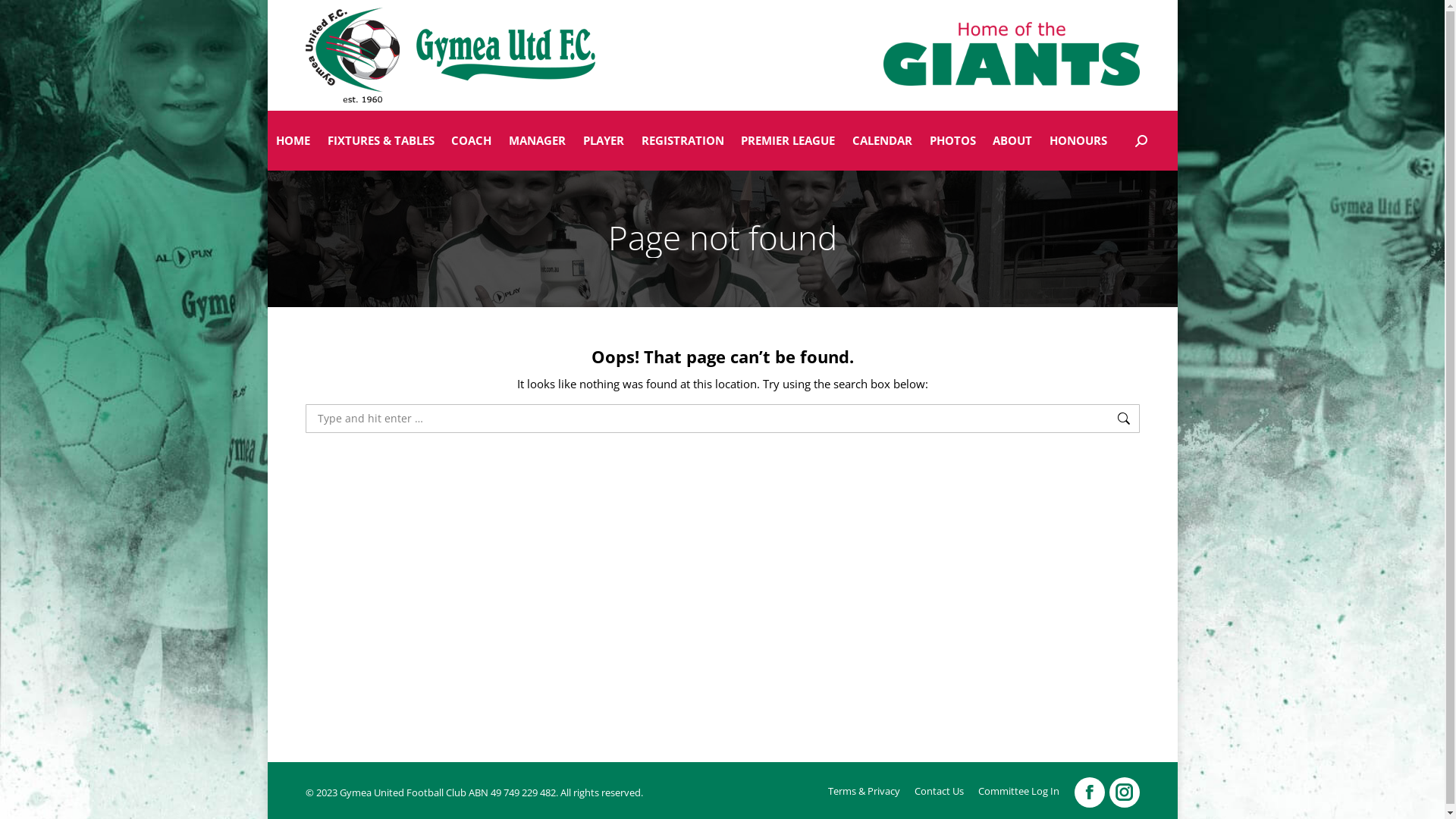 The height and width of the screenshot is (819, 1456). What do you see at coordinates (1078, 140) in the screenshot?
I see `'HONOURS'` at bounding box center [1078, 140].